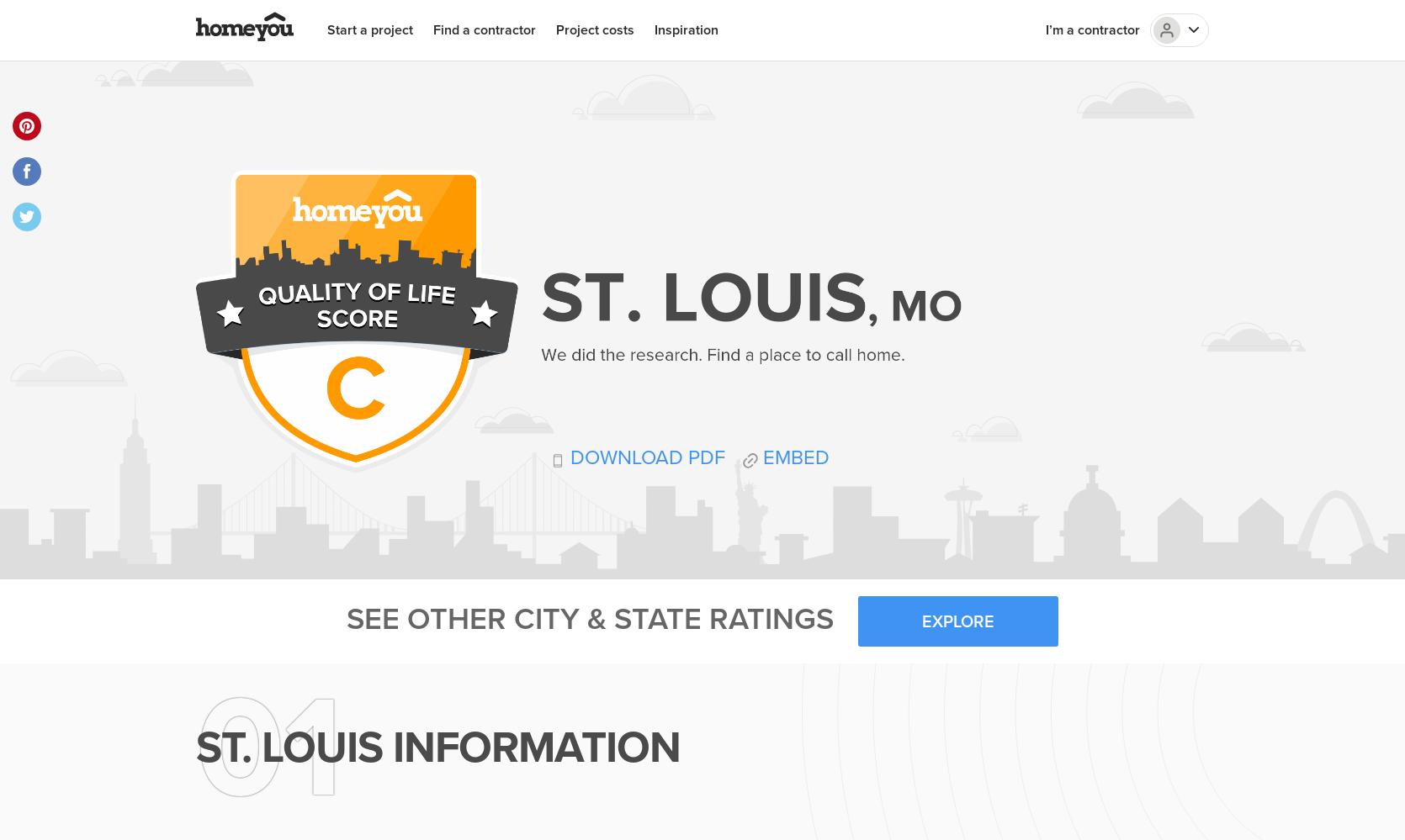  Describe the element at coordinates (793, 457) in the screenshot. I see `'Embed'` at that location.